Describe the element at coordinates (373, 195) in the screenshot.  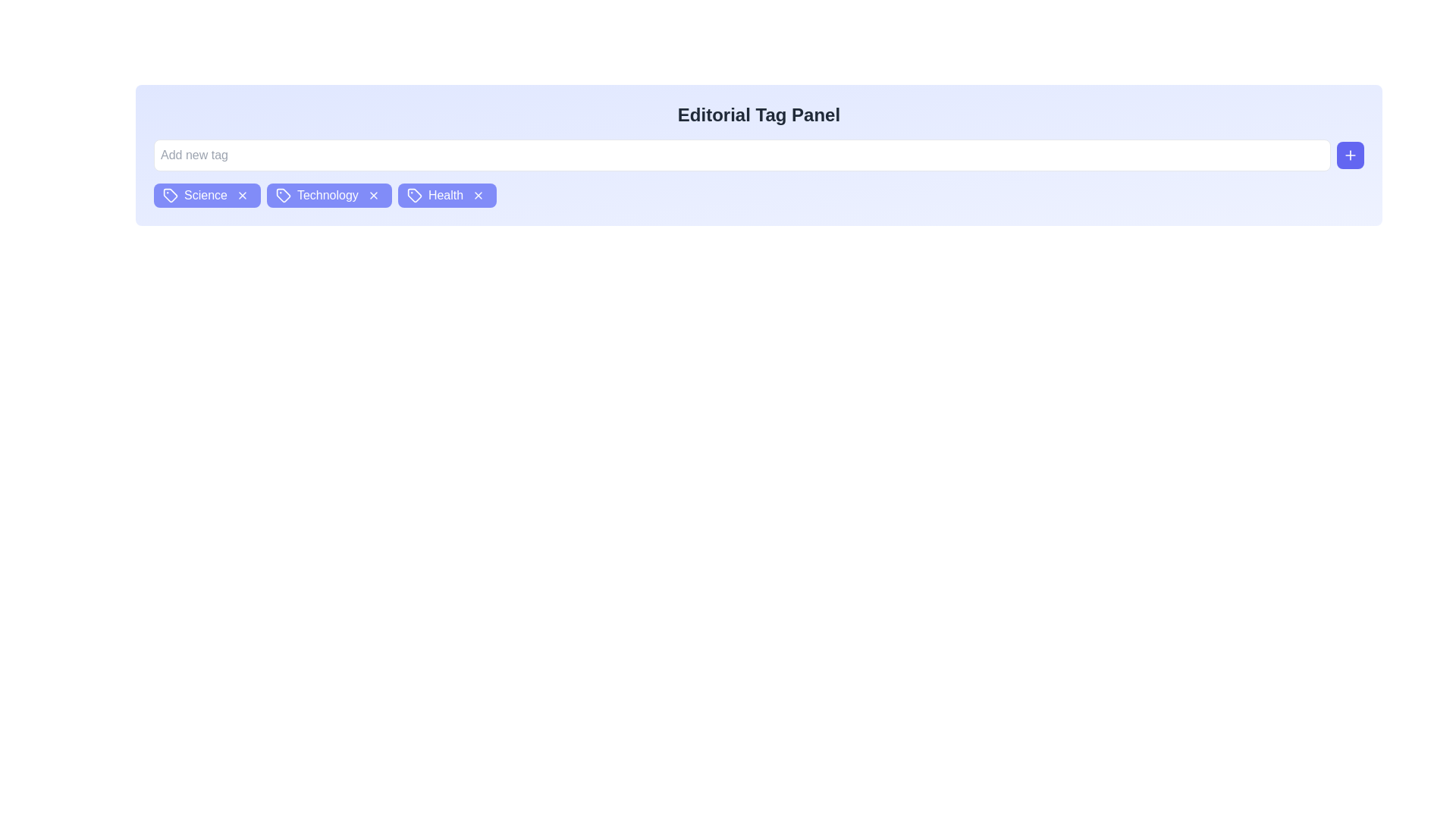
I see `the small SVG icon of a cross ('X') shape located within the button of the 'Technology' tag group, positioned on the far-right beside the text label` at that location.